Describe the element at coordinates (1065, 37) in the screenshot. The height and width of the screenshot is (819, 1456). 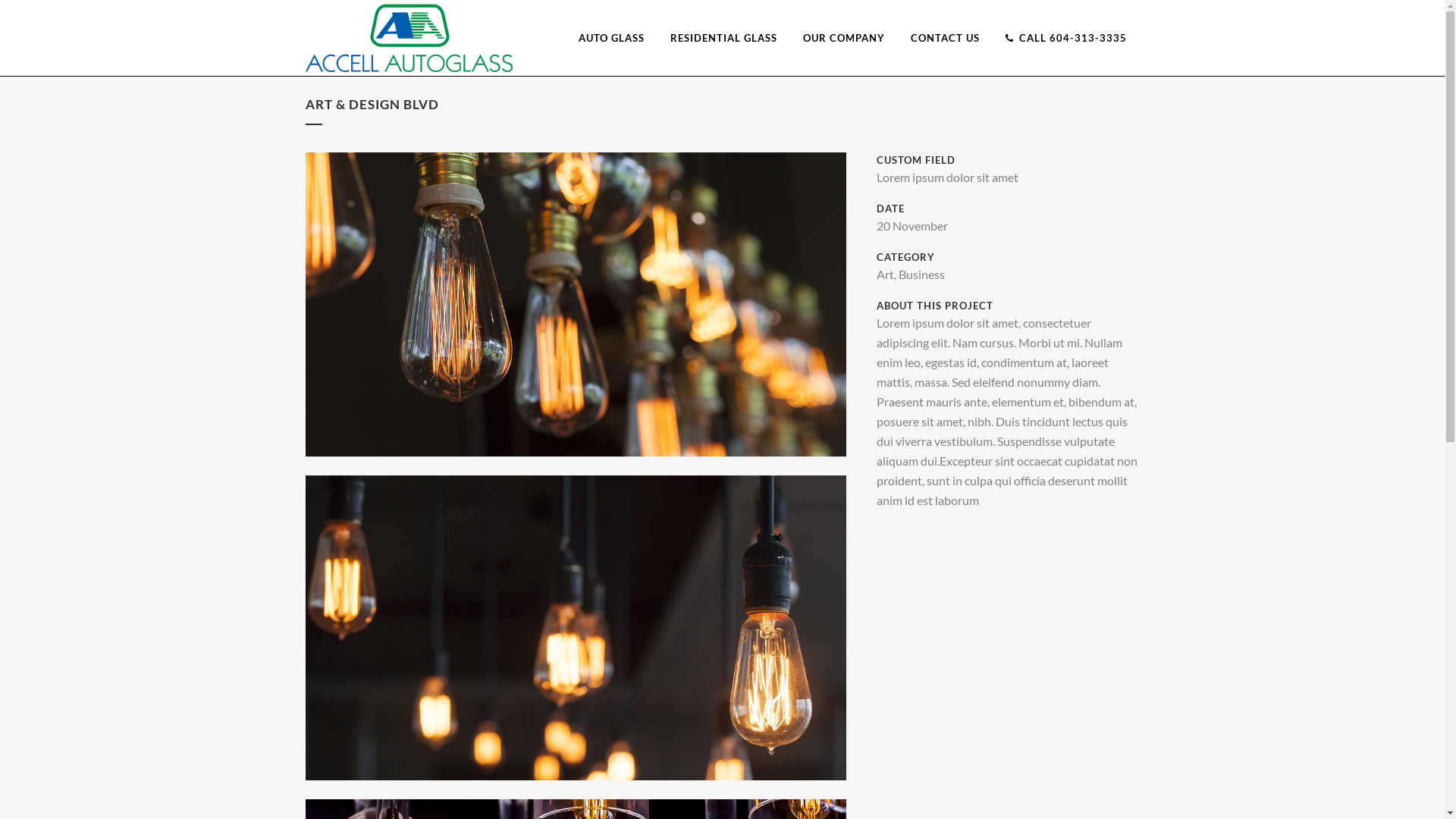
I see `'CALL 604-313-3335'` at that location.